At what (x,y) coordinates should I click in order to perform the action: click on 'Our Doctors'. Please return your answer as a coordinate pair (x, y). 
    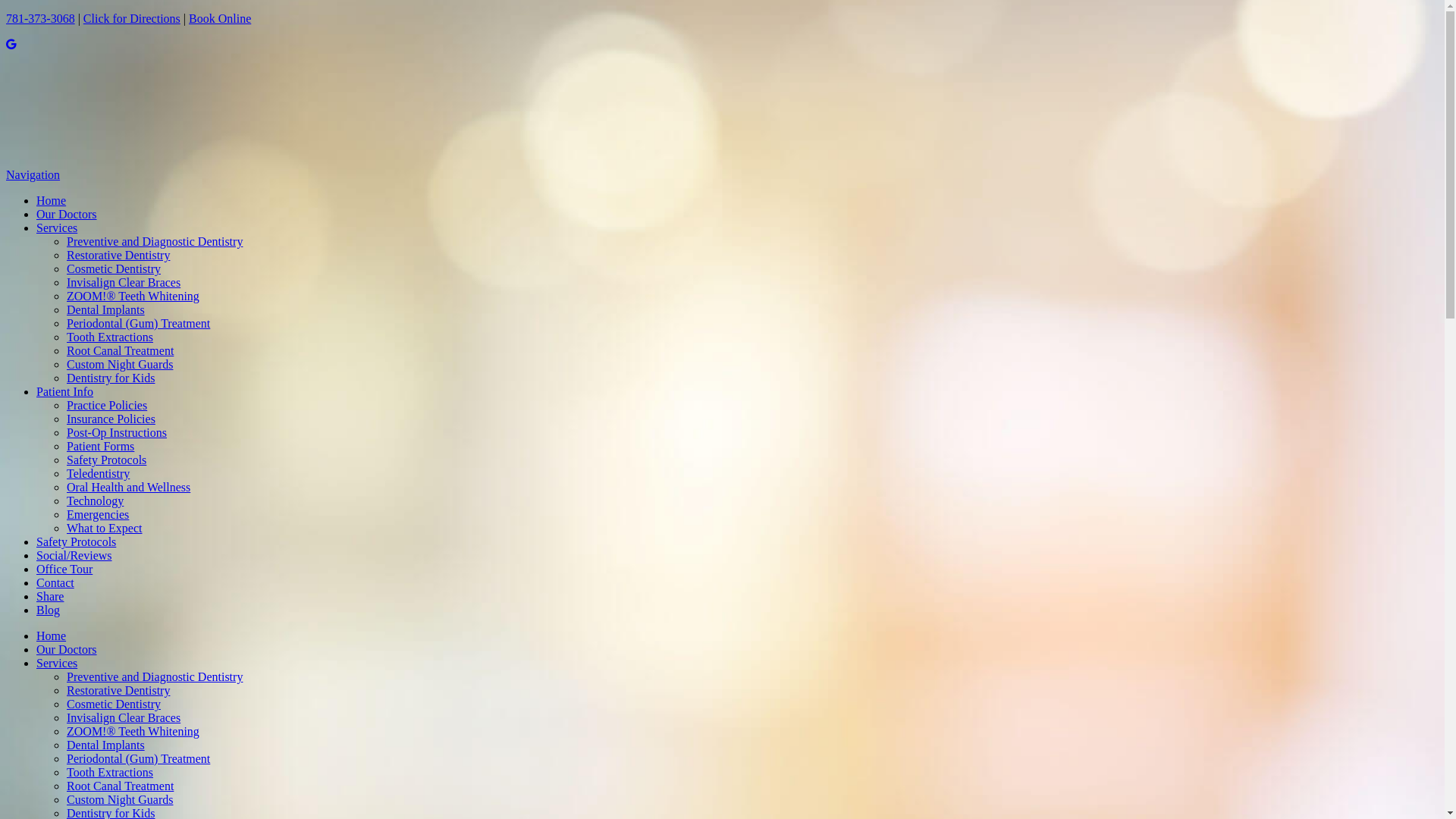
    Looking at the image, I should click on (65, 648).